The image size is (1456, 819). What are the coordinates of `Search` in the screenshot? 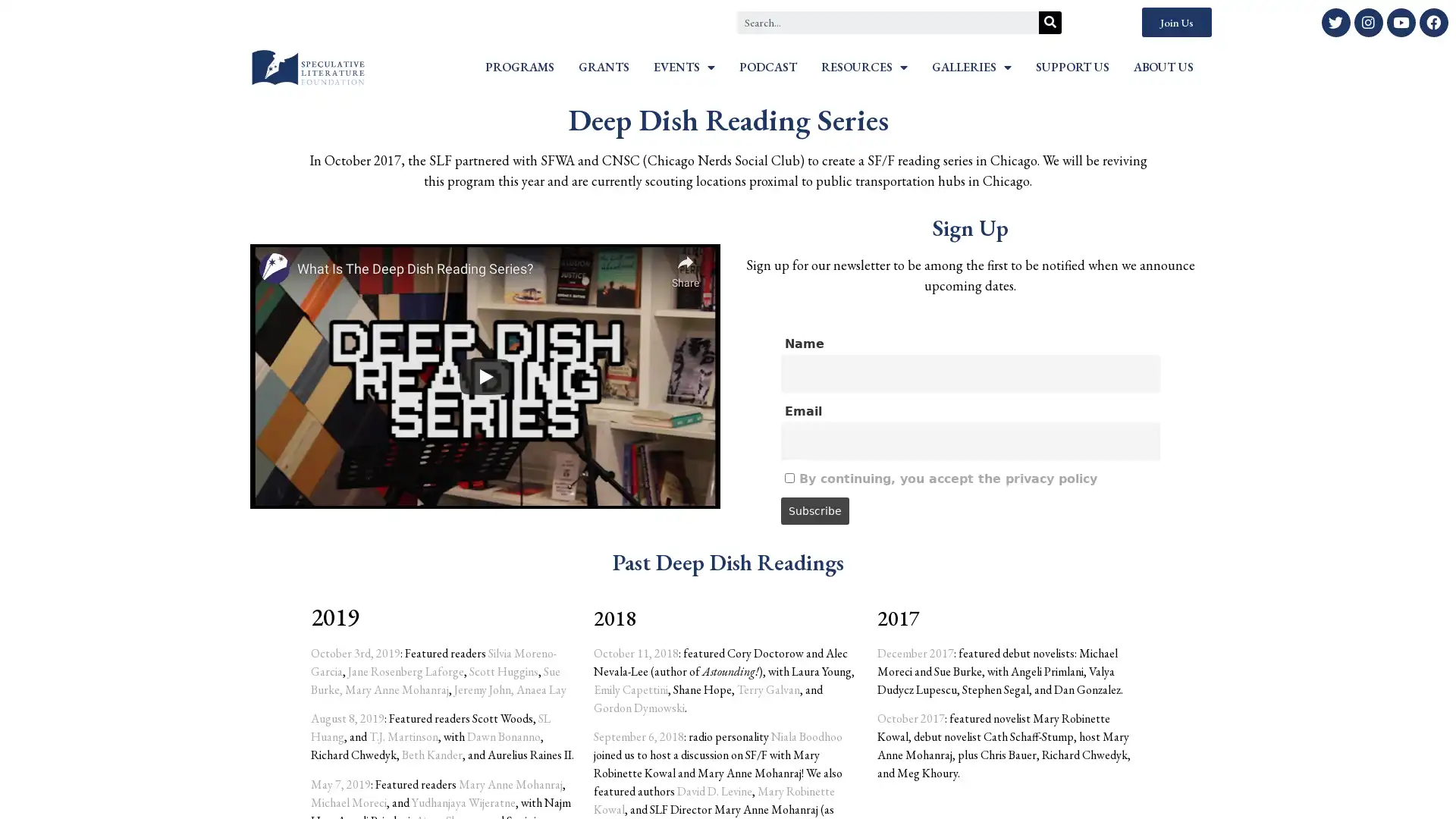 It's located at (1050, 22).